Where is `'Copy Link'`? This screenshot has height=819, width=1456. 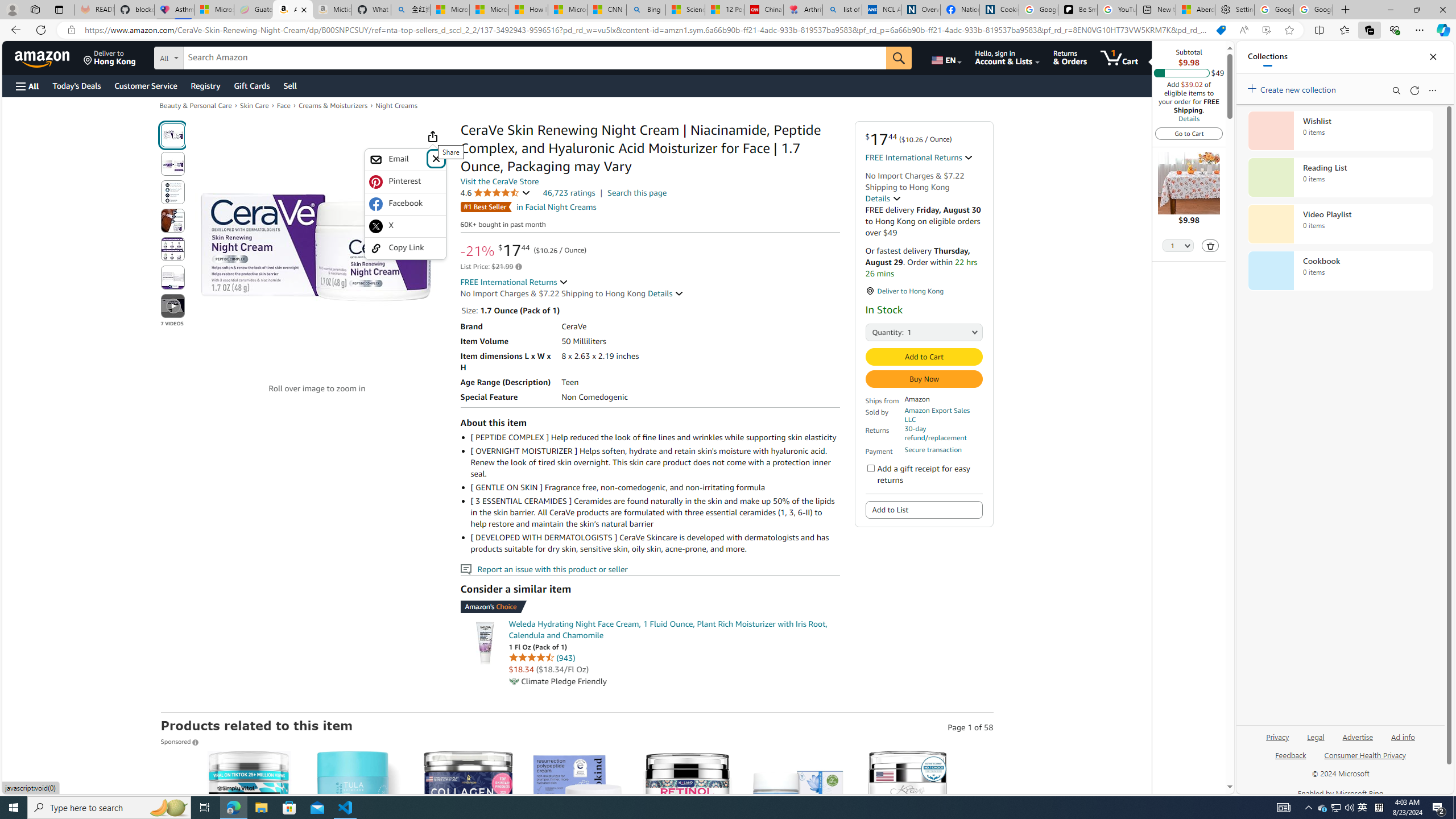 'Copy Link' is located at coordinates (405, 248).